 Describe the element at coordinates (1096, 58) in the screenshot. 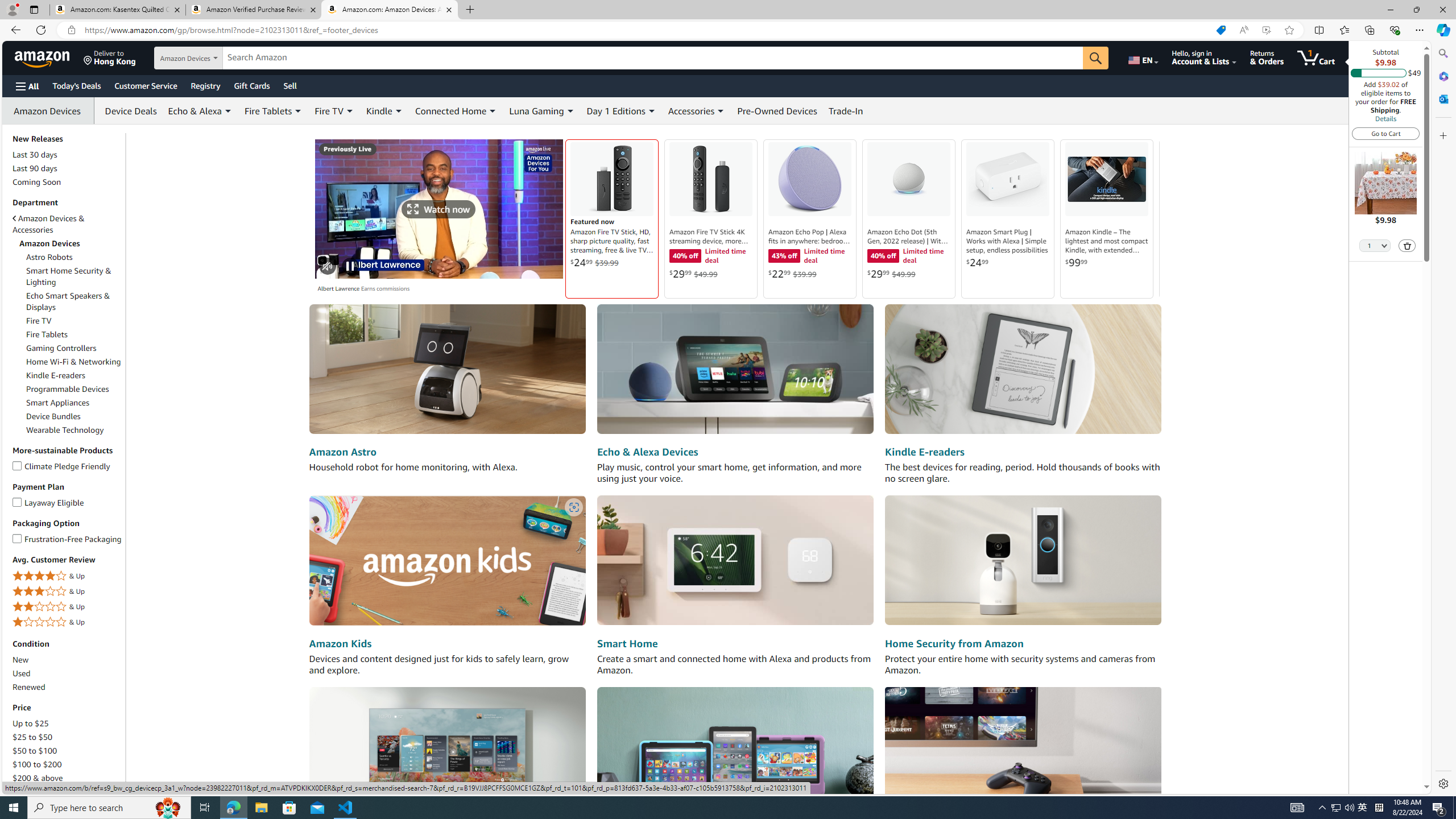

I see `'Go'` at that location.